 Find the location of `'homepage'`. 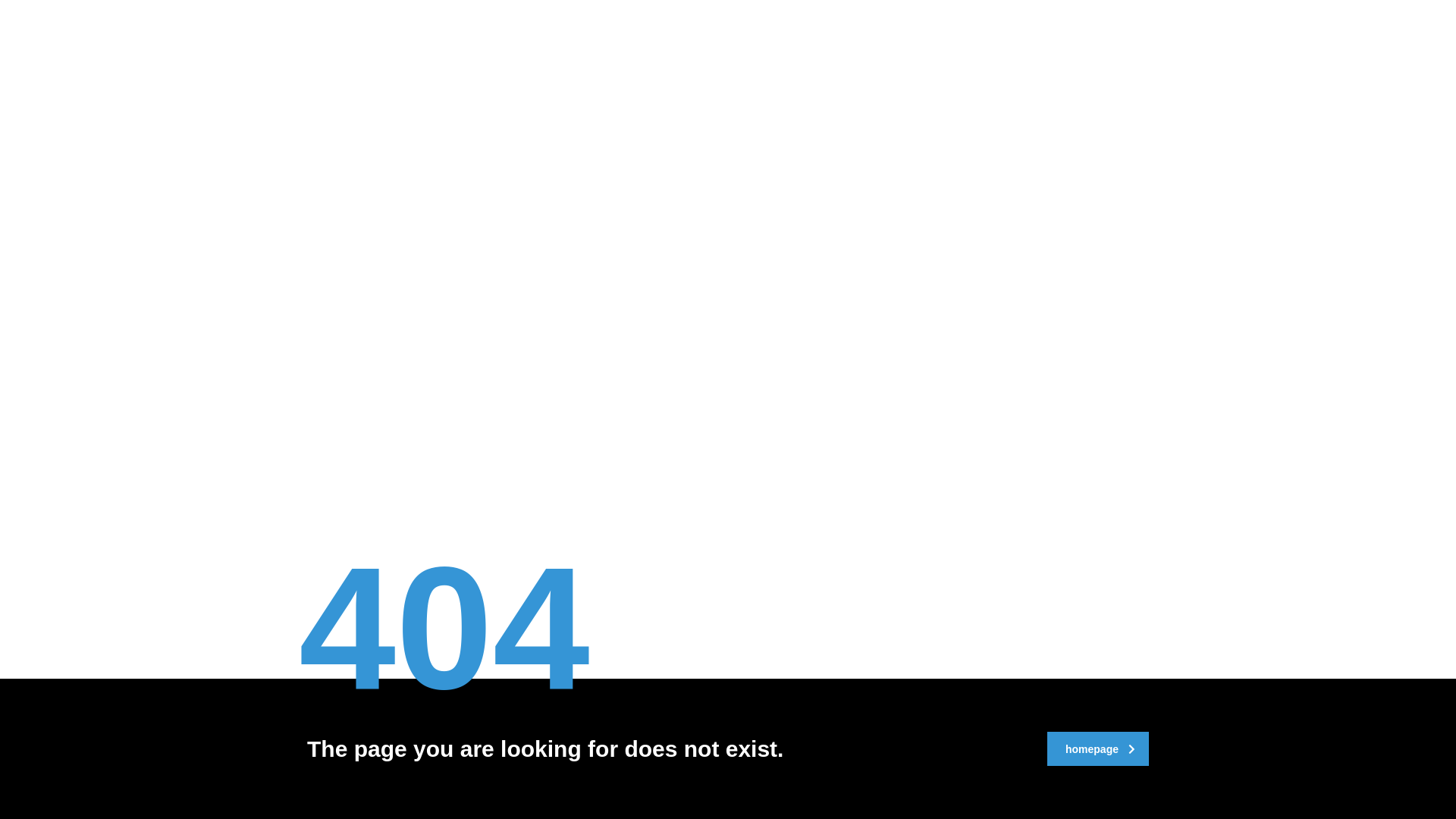

'homepage' is located at coordinates (1098, 748).